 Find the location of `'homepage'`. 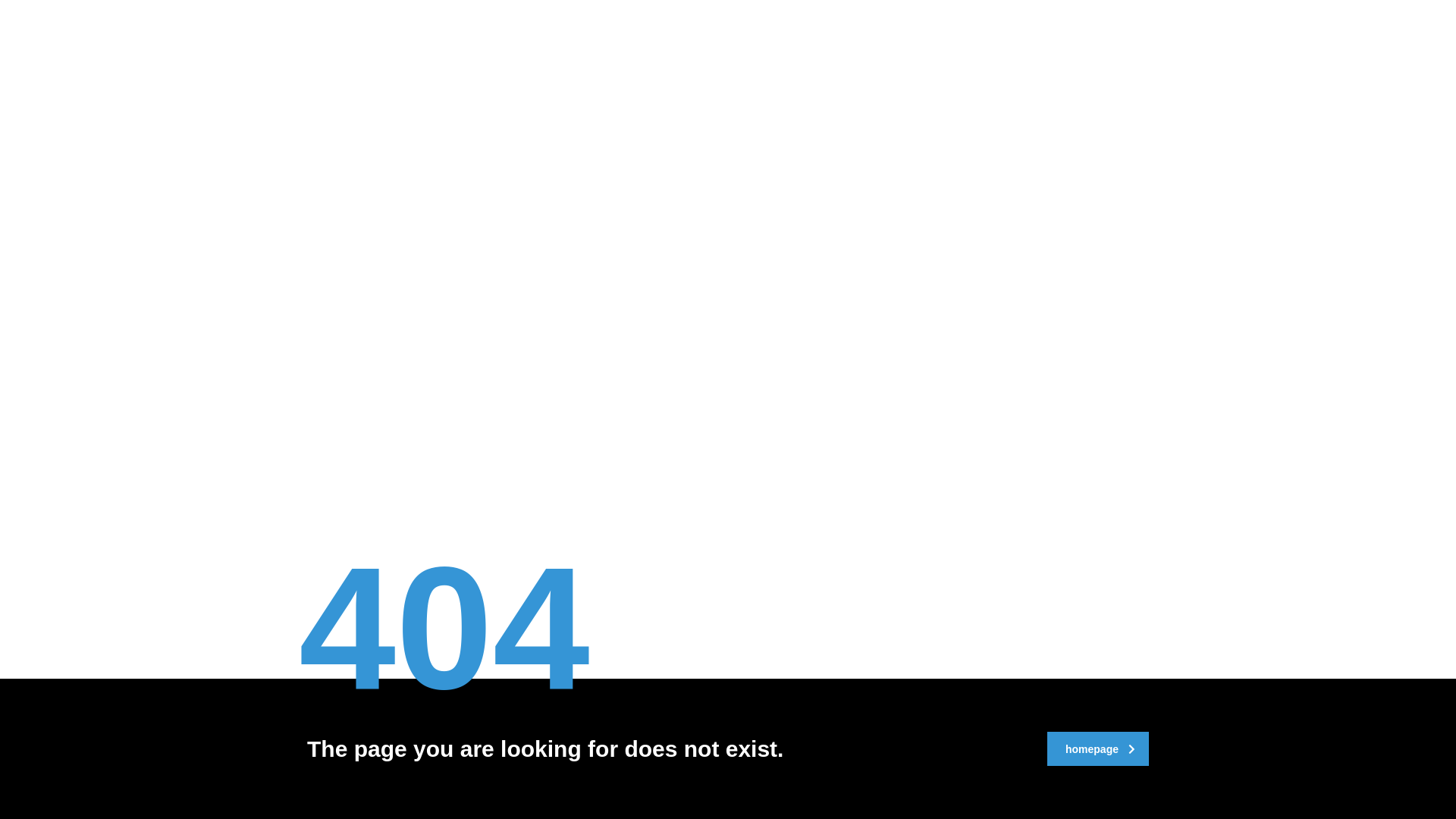

'homepage' is located at coordinates (1098, 748).